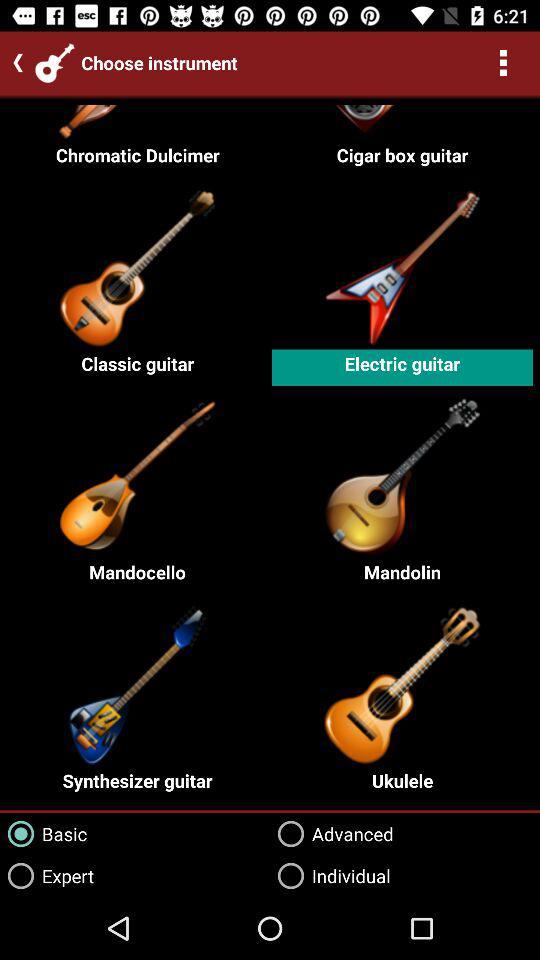 This screenshot has height=960, width=540. I want to click on the icon next to advanced icon, so click(47, 875).